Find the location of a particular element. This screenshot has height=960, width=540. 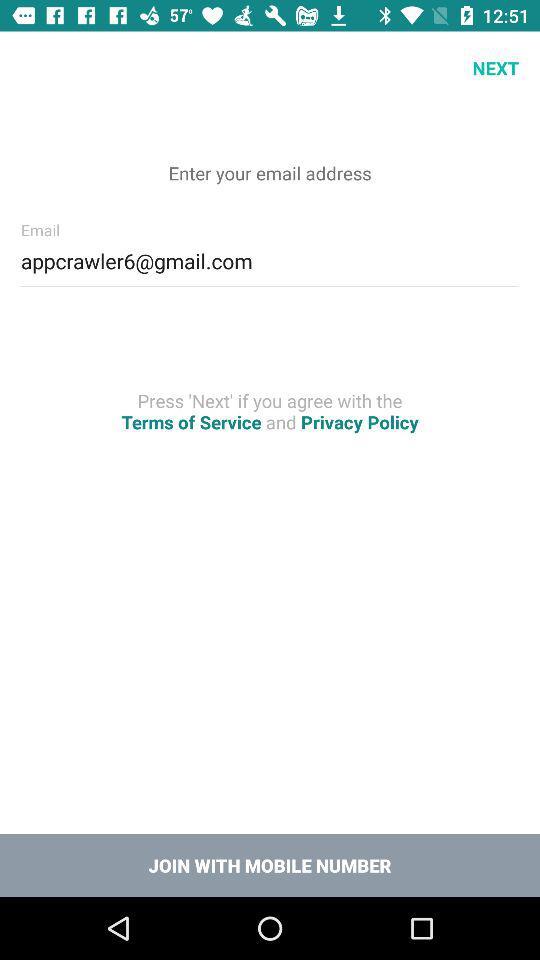

the item below the press next if is located at coordinates (270, 864).